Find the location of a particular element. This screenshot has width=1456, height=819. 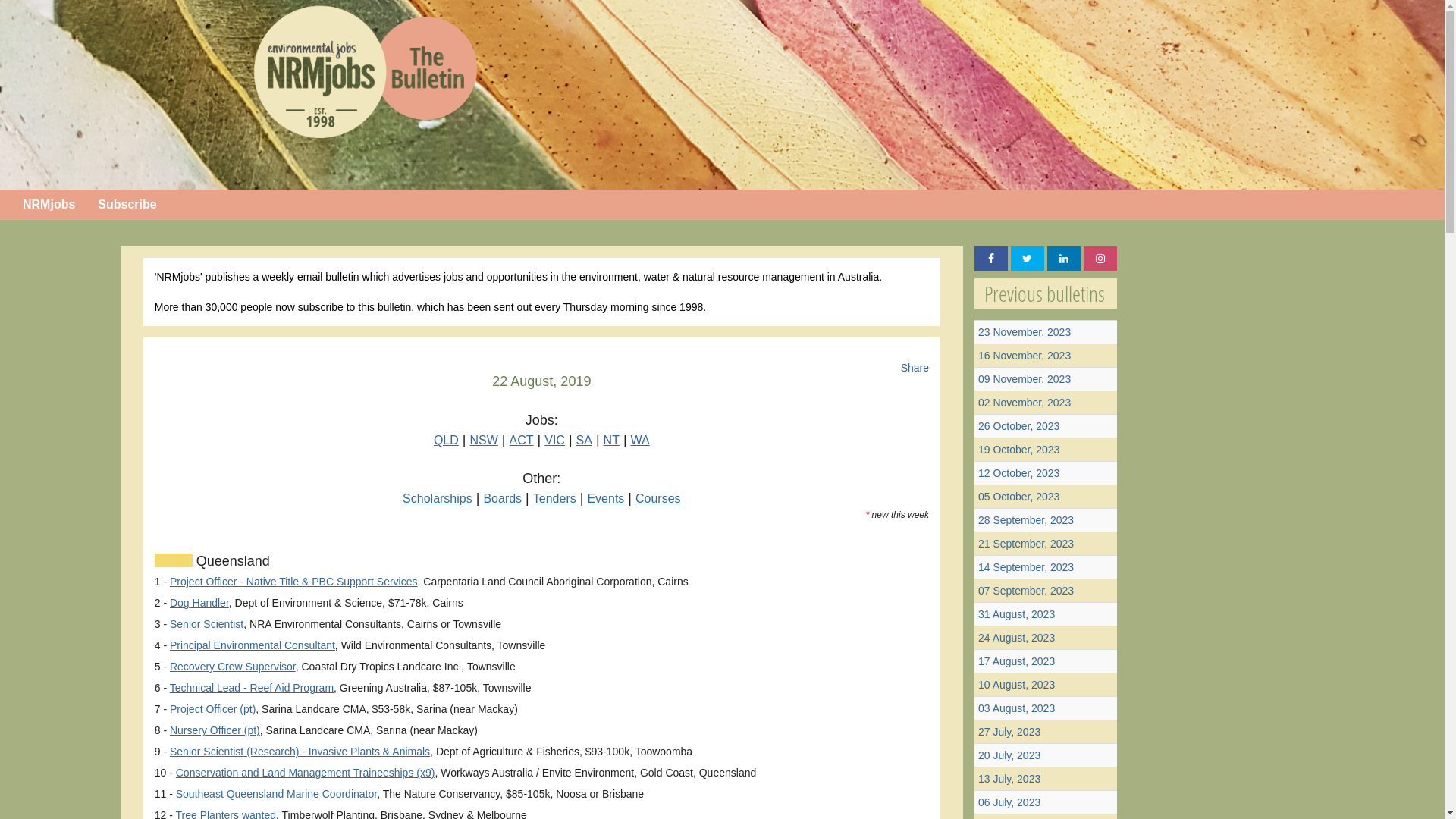

'24 August, 2023' is located at coordinates (1016, 637).